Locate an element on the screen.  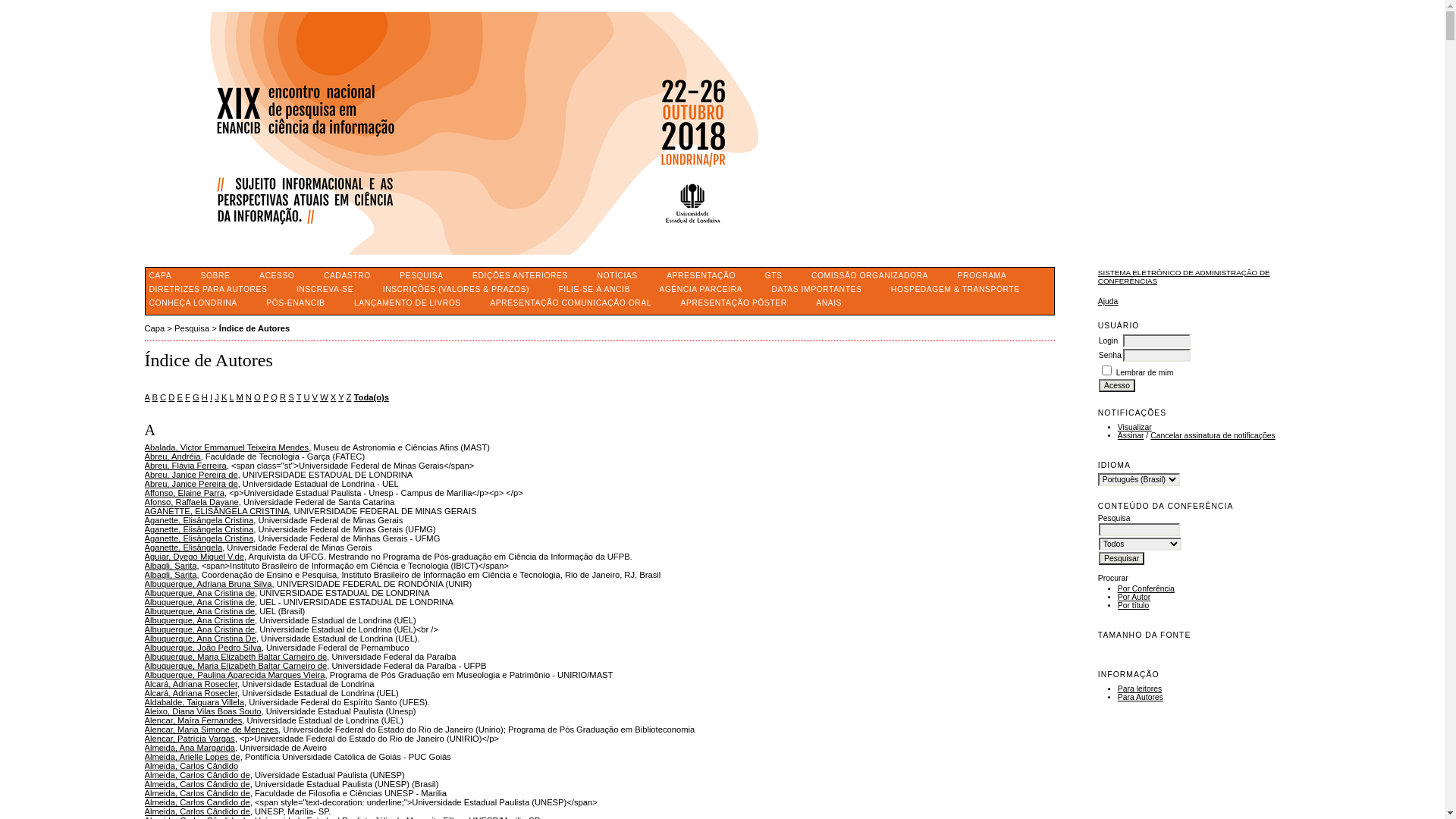
'HOSPEDAGEM & TRANSPORTE' is located at coordinates (954, 289).